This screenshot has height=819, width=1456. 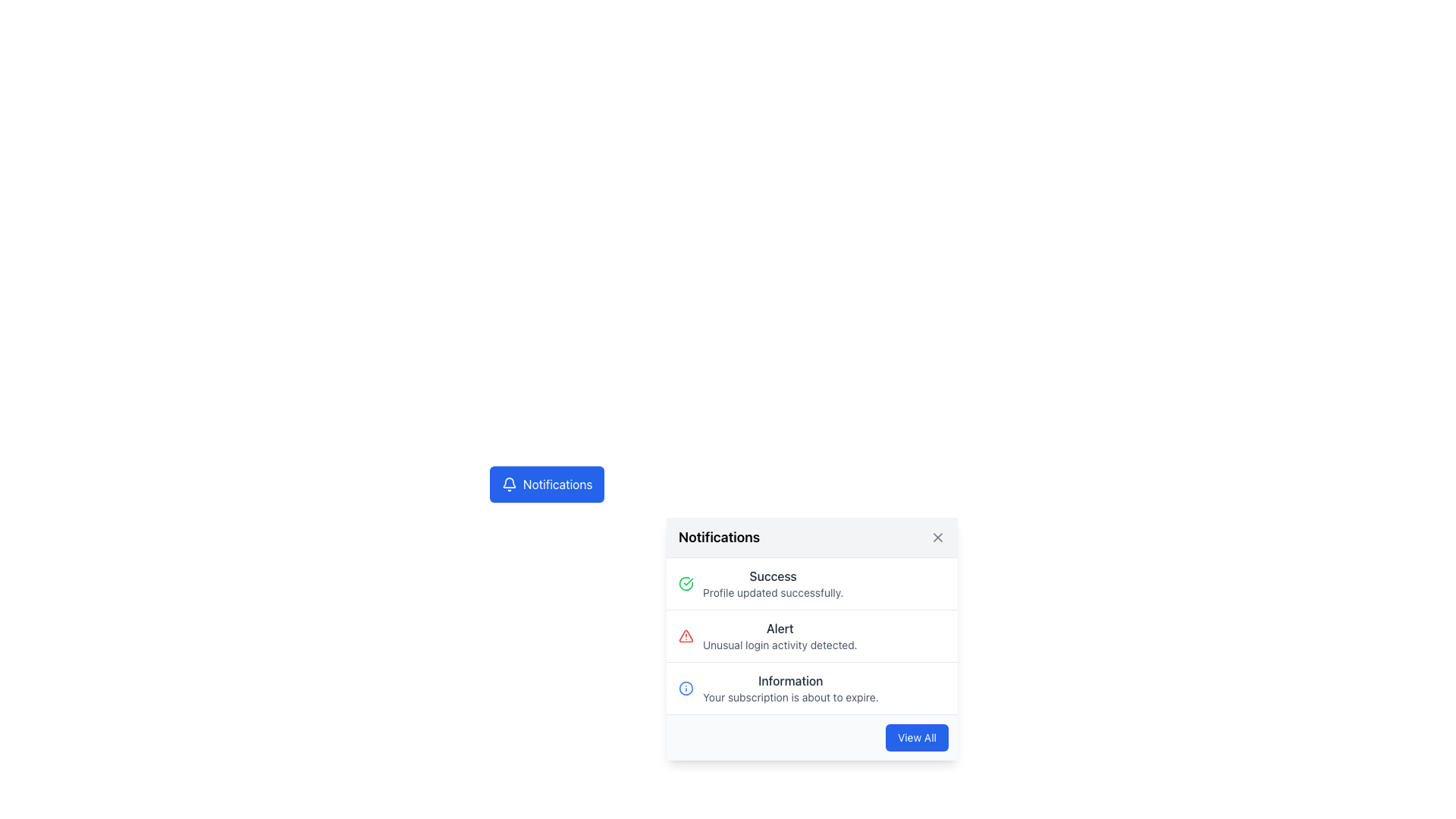 What do you see at coordinates (780, 645) in the screenshot?
I see `text of the alert notification located below the bold-text heading 'Alert' in the notification panel` at bounding box center [780, 645].